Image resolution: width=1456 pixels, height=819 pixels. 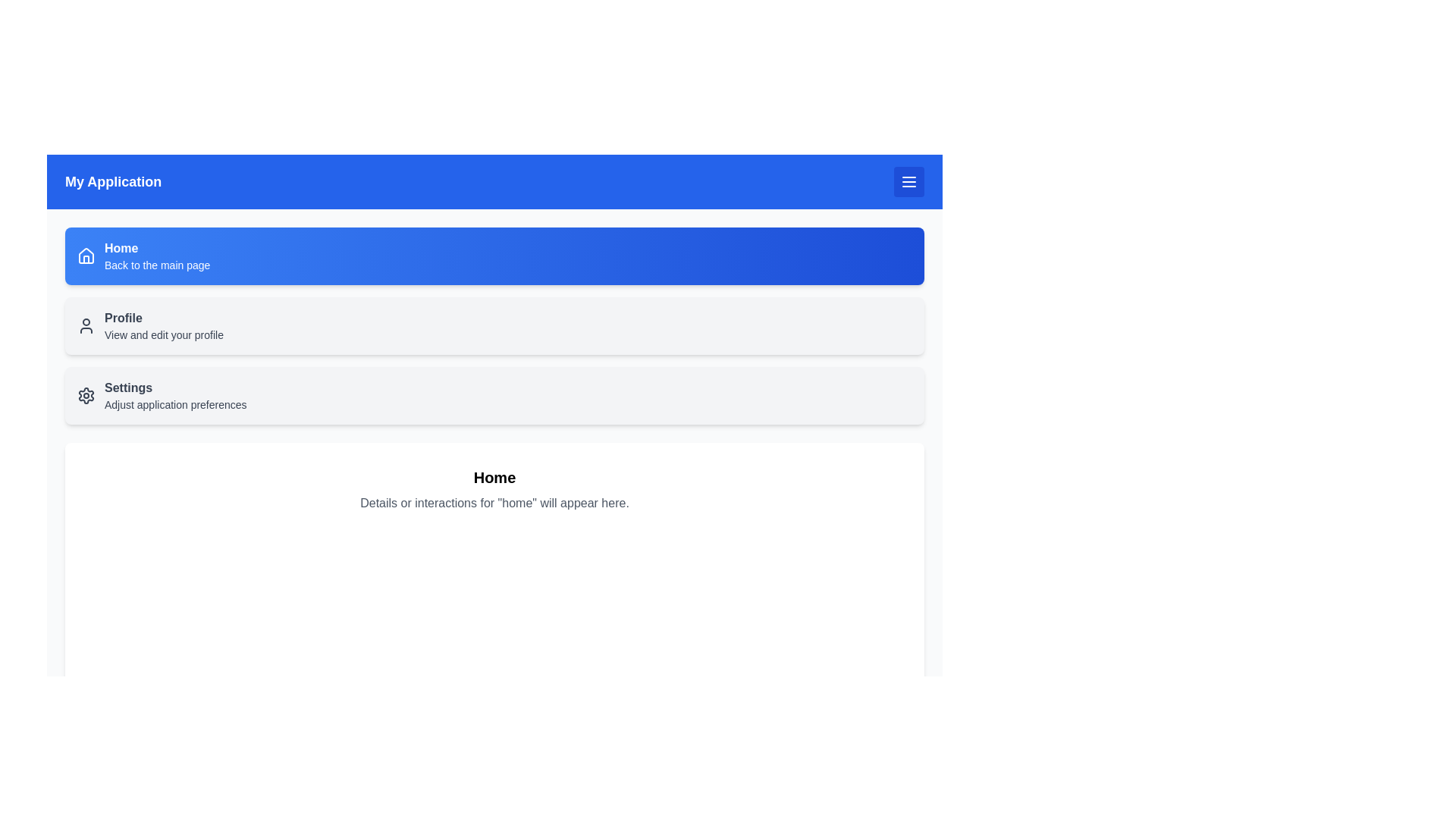 I want to click on the 'Settings' text label for the navigation button, which displays the title 'Settings' in bold and the subtitle 'Adjust application preferences' in a lighter font, located in the left sidebar menu, so click(x=175, y=394).